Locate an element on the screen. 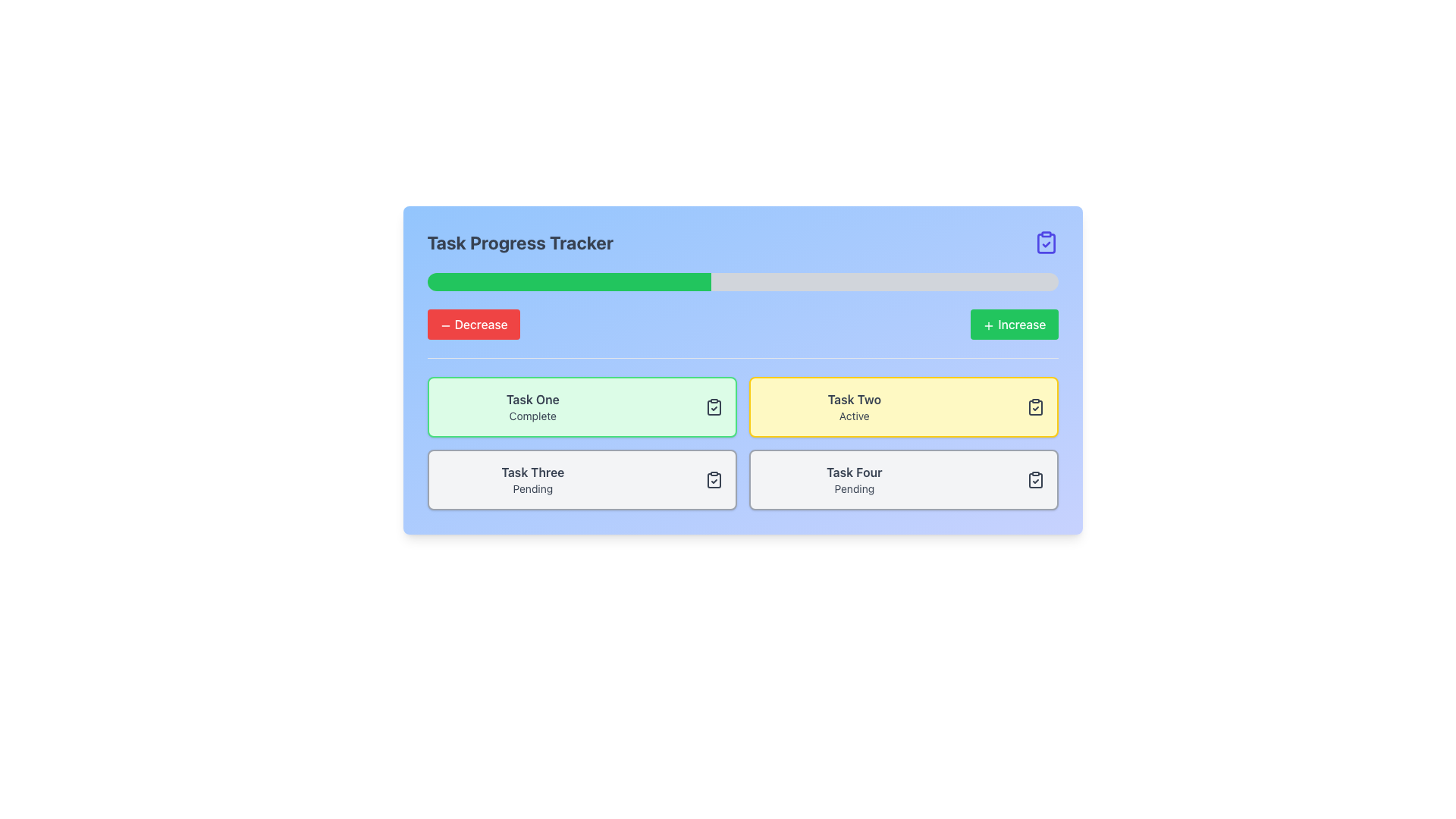 This screenshot has height=819, width=1456. text 'Task One' displayed in bold font on the green-colored task card located in the left center of the grid is located at coordinates (532, 399).